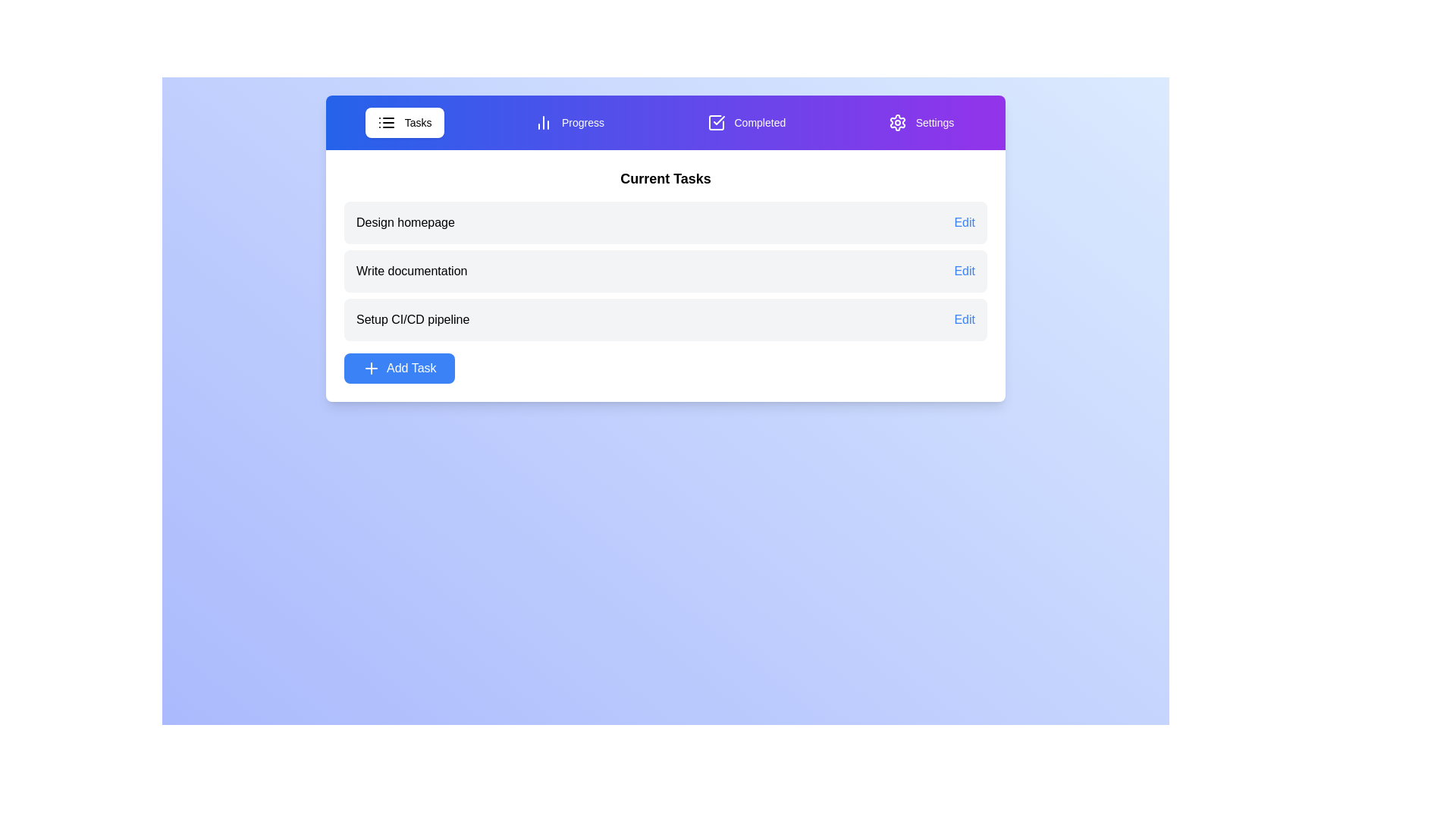 Image resolution: width=1456 pixels, height=819 pixels. I want to click on the checkmark icon located at the rightmost edge of the navigation bar in the header section, which visually indicates confirmation or a checked state, so click(718, 119).